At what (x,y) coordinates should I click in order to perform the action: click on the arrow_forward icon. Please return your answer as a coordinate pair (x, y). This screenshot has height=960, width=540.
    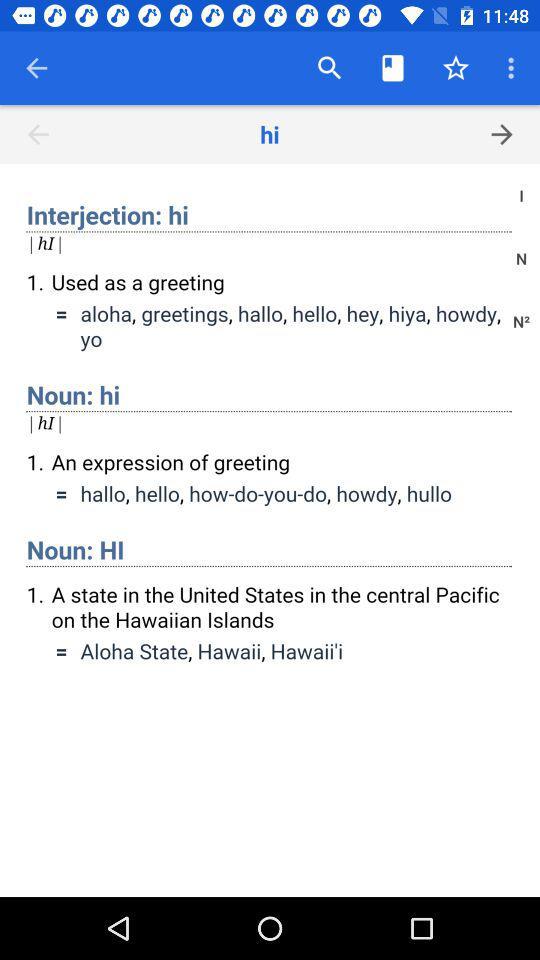
    Looking at the image, I should click on (500, 133).